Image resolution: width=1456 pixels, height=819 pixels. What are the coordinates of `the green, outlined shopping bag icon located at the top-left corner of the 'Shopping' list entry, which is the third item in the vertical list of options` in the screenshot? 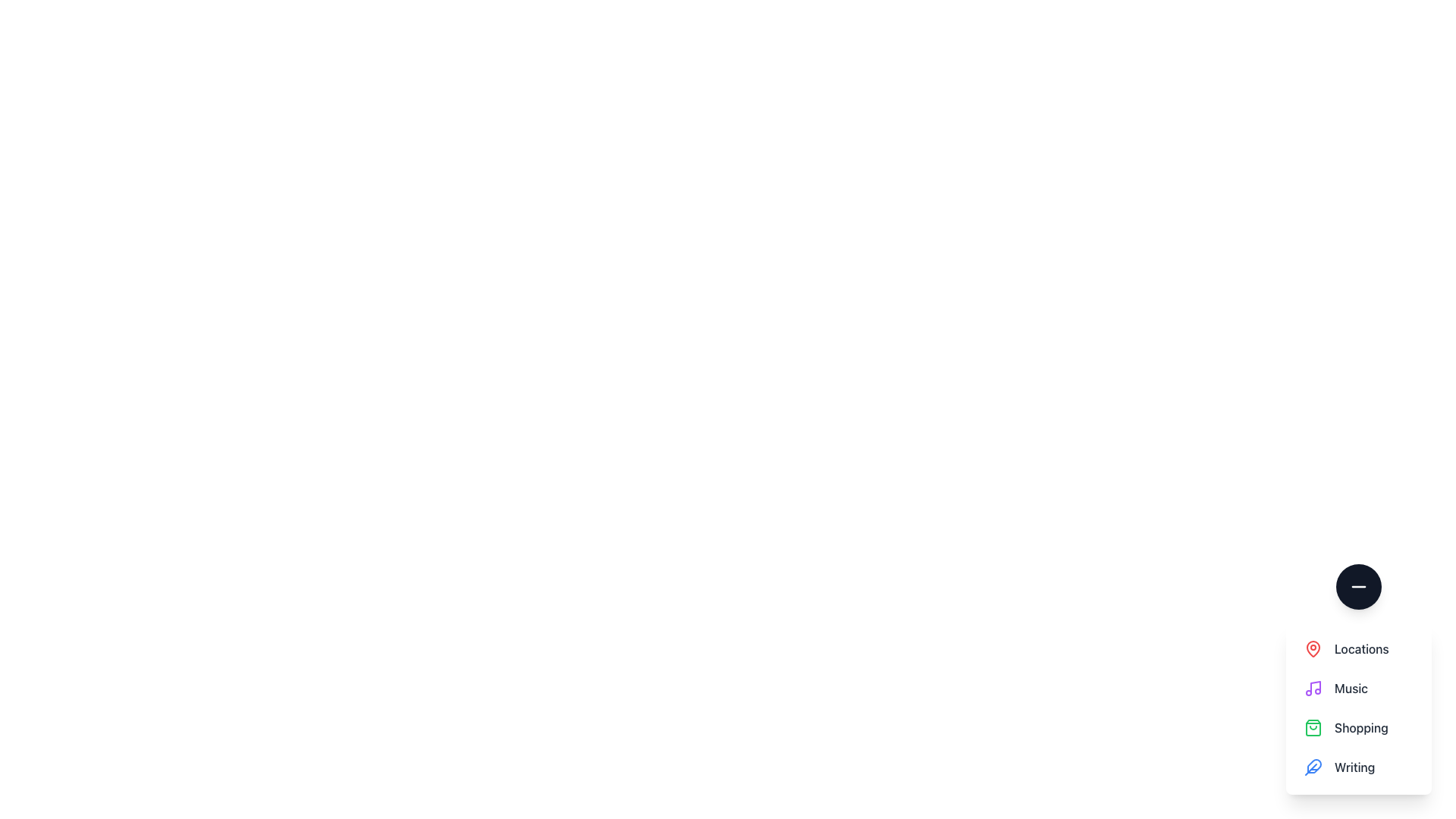 It's located at (1313, 727).